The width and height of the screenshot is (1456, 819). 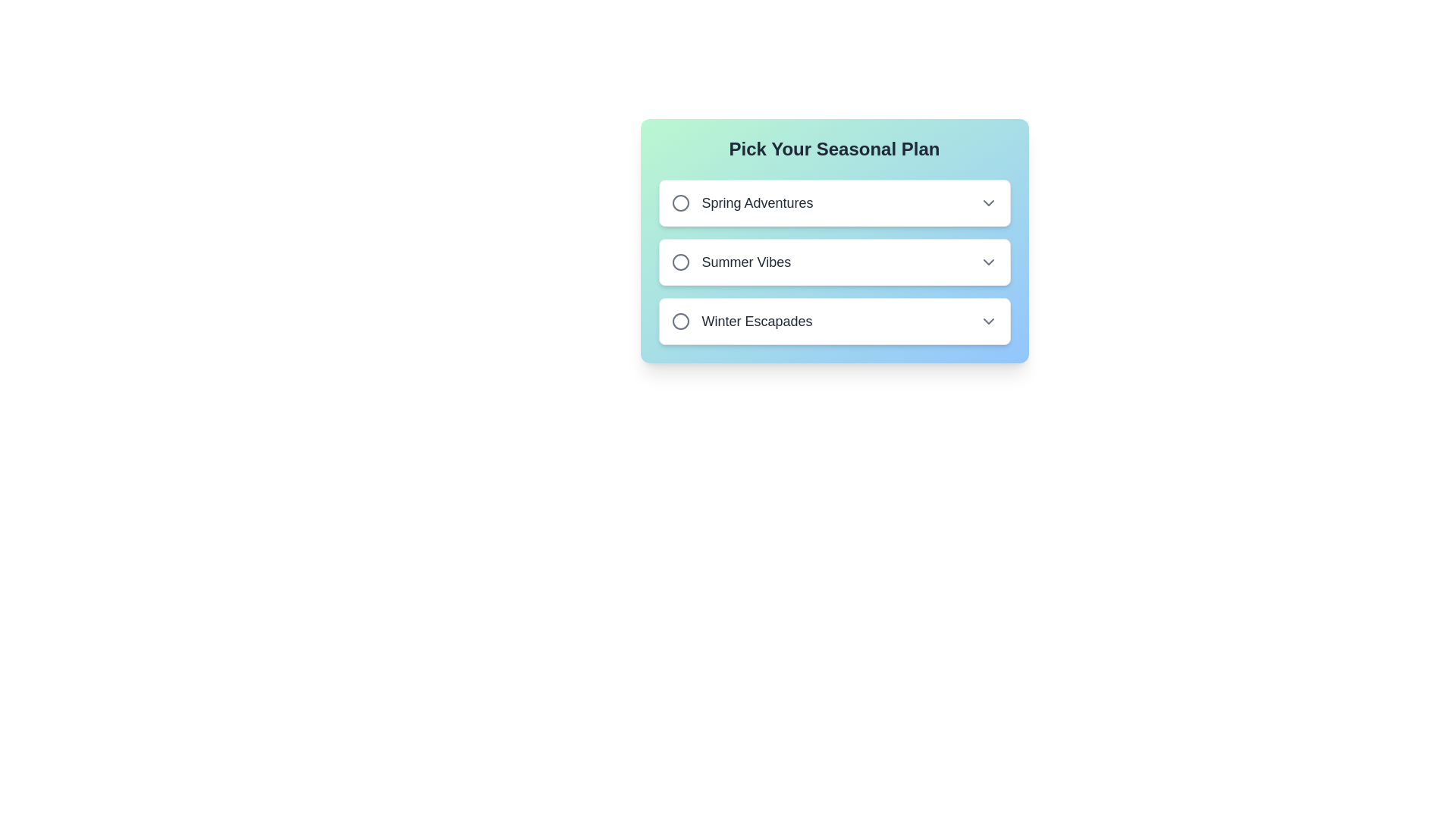 I want to click on to select the 'Winter Escapades' option from the interactive selectable list item located at the bottom of the options under the title 'Pick Your Seasonal Plan', so click(x=833, y=321).